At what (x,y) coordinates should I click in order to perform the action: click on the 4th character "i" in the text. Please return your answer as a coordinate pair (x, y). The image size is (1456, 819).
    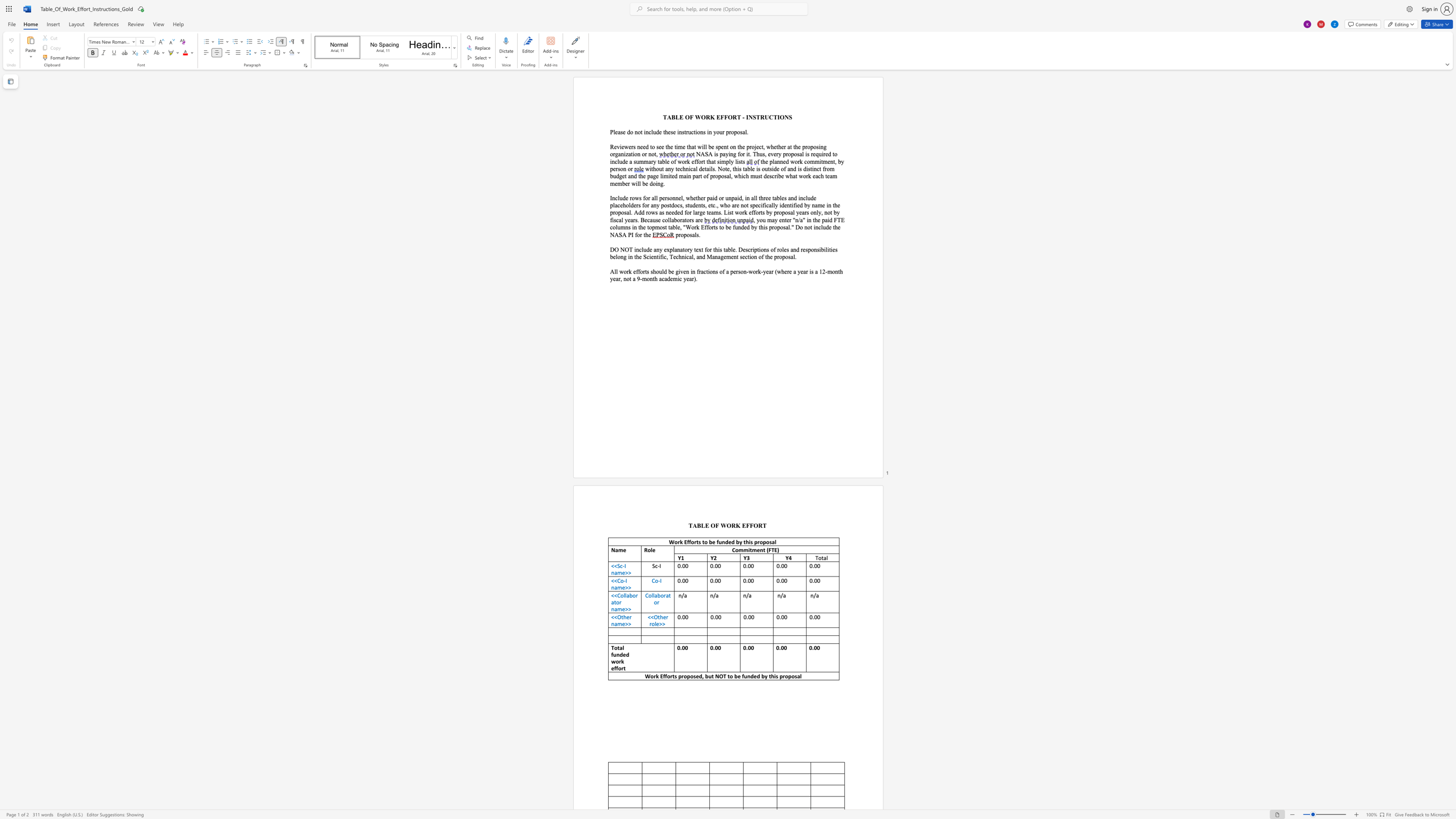
    Looking at the image, I should click on (708, 132).